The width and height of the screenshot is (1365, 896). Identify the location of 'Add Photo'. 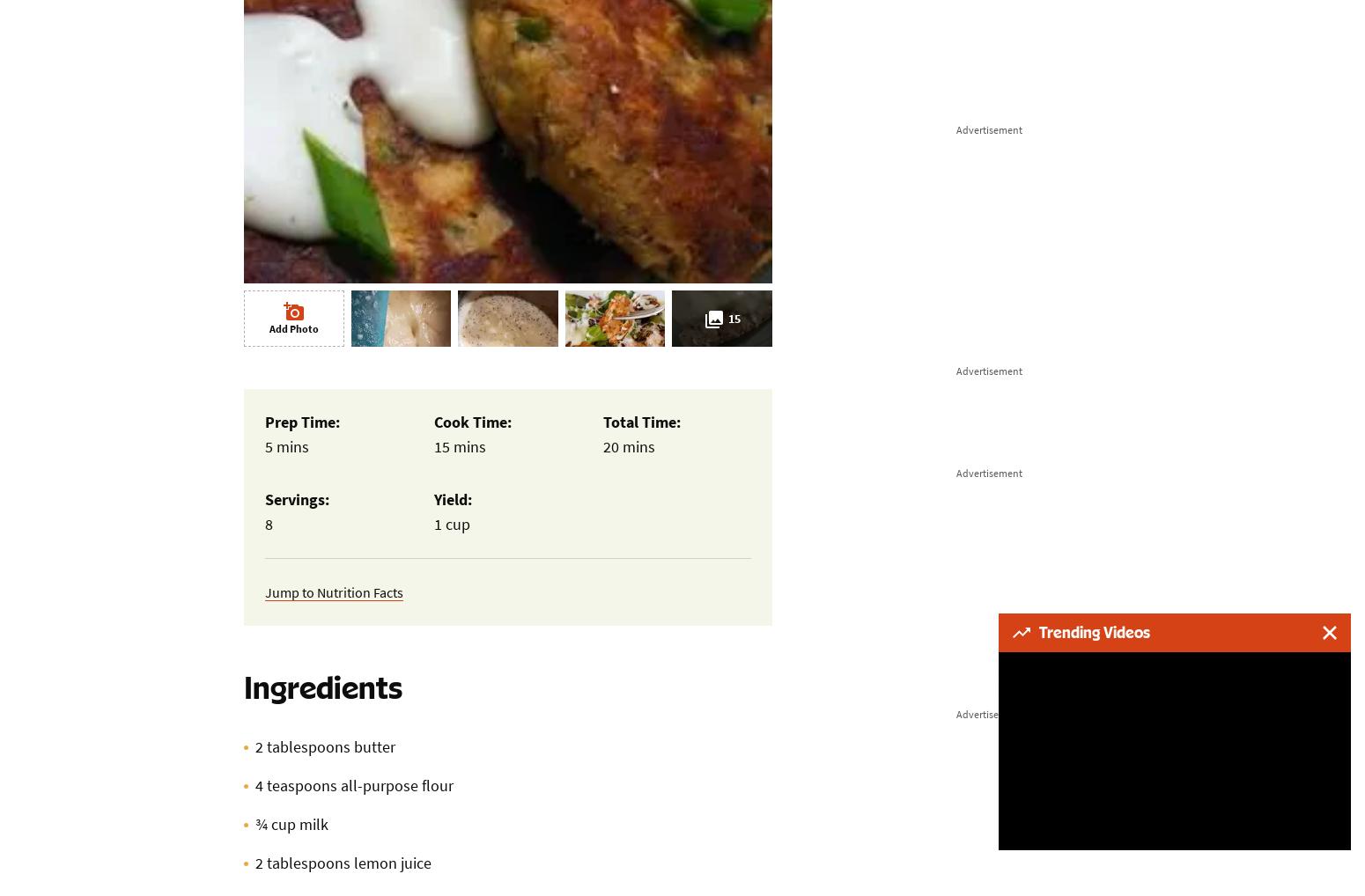
(291, 328).